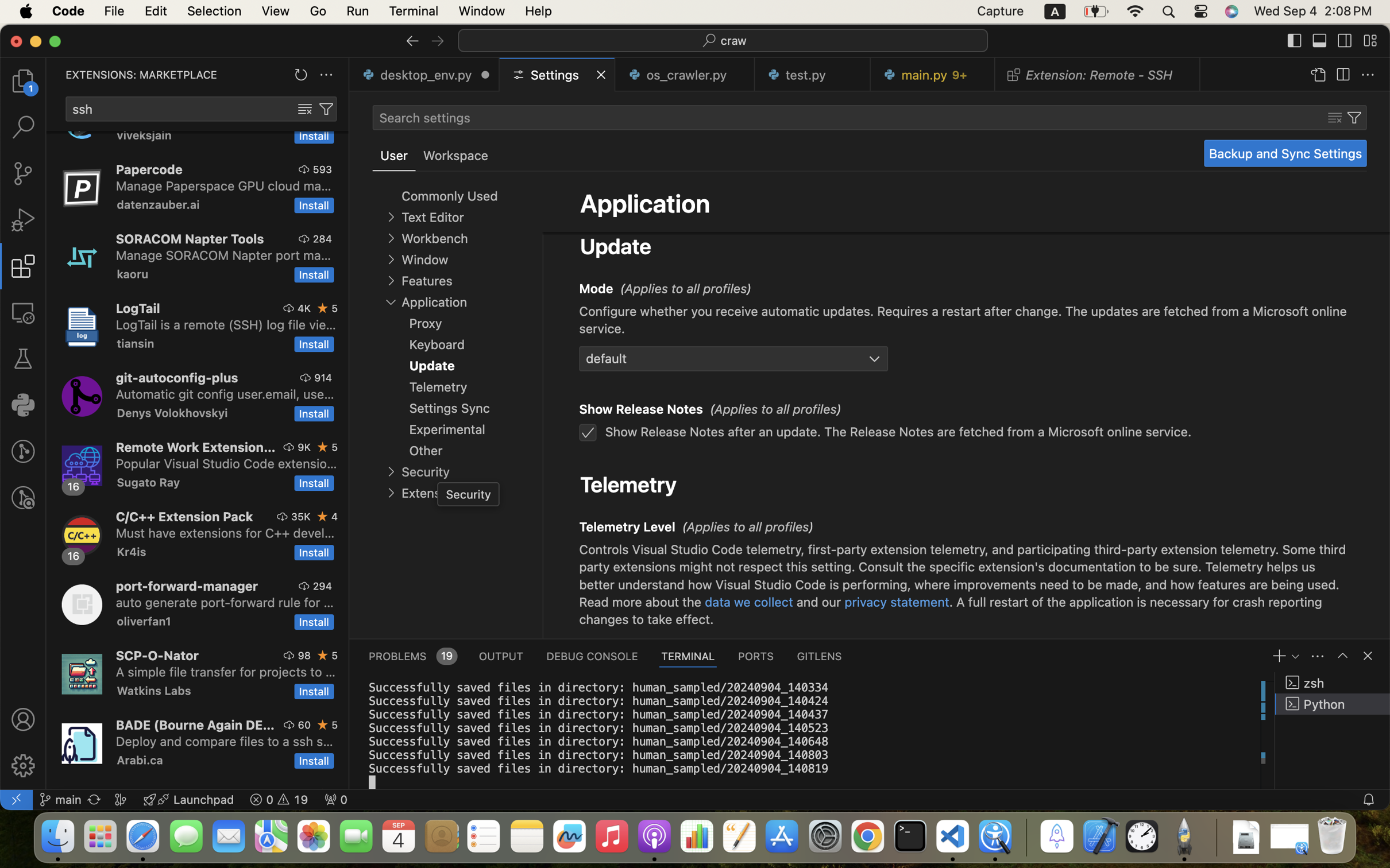 The width and height of the screenshot is (1390, 868). I want to click on '0 ', so click(22, 173).